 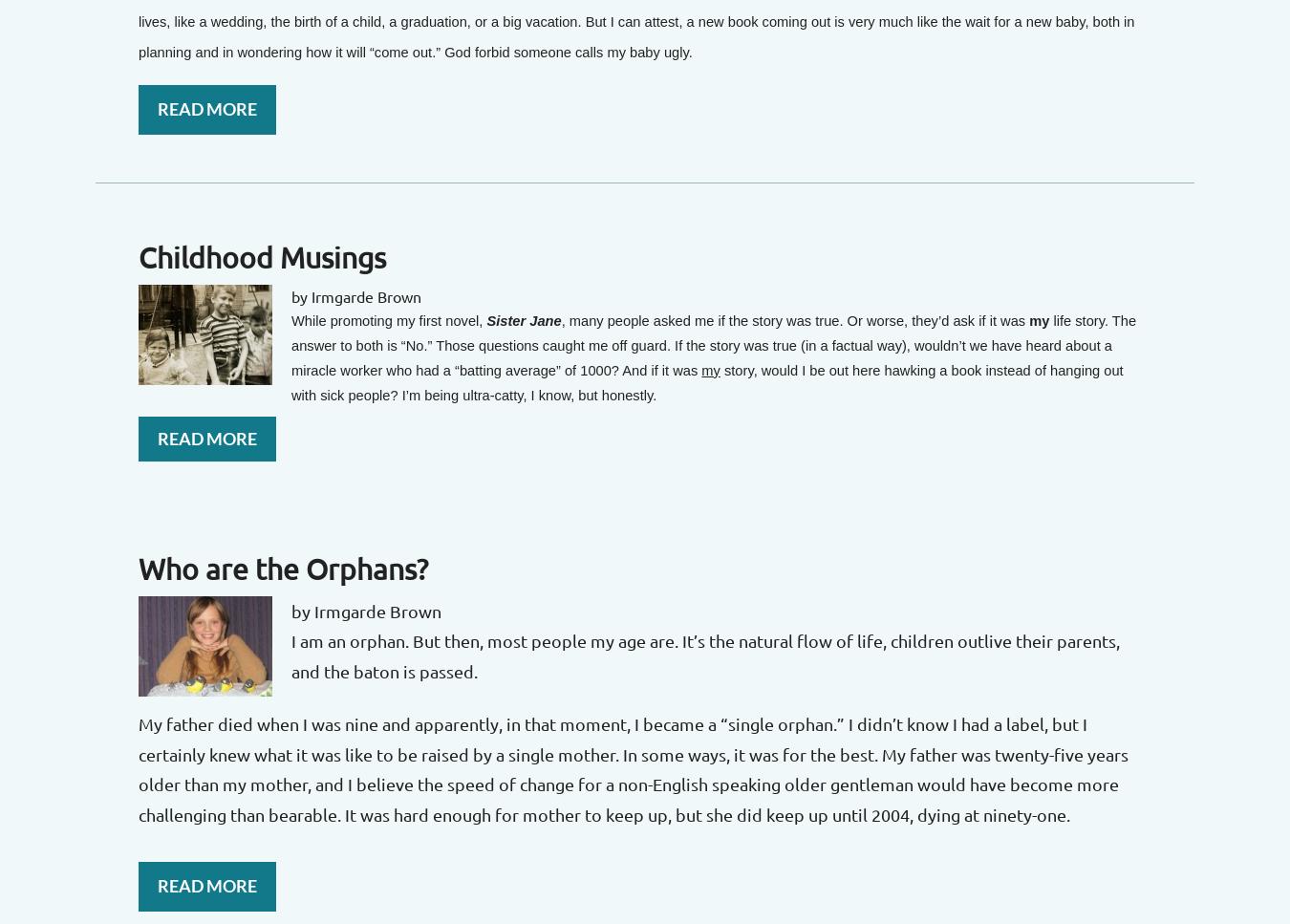 What do you see at coordinates (389, 319) in the screenshot?
I see `'While promoting my first novel,'` at bounding box center [389, 319].